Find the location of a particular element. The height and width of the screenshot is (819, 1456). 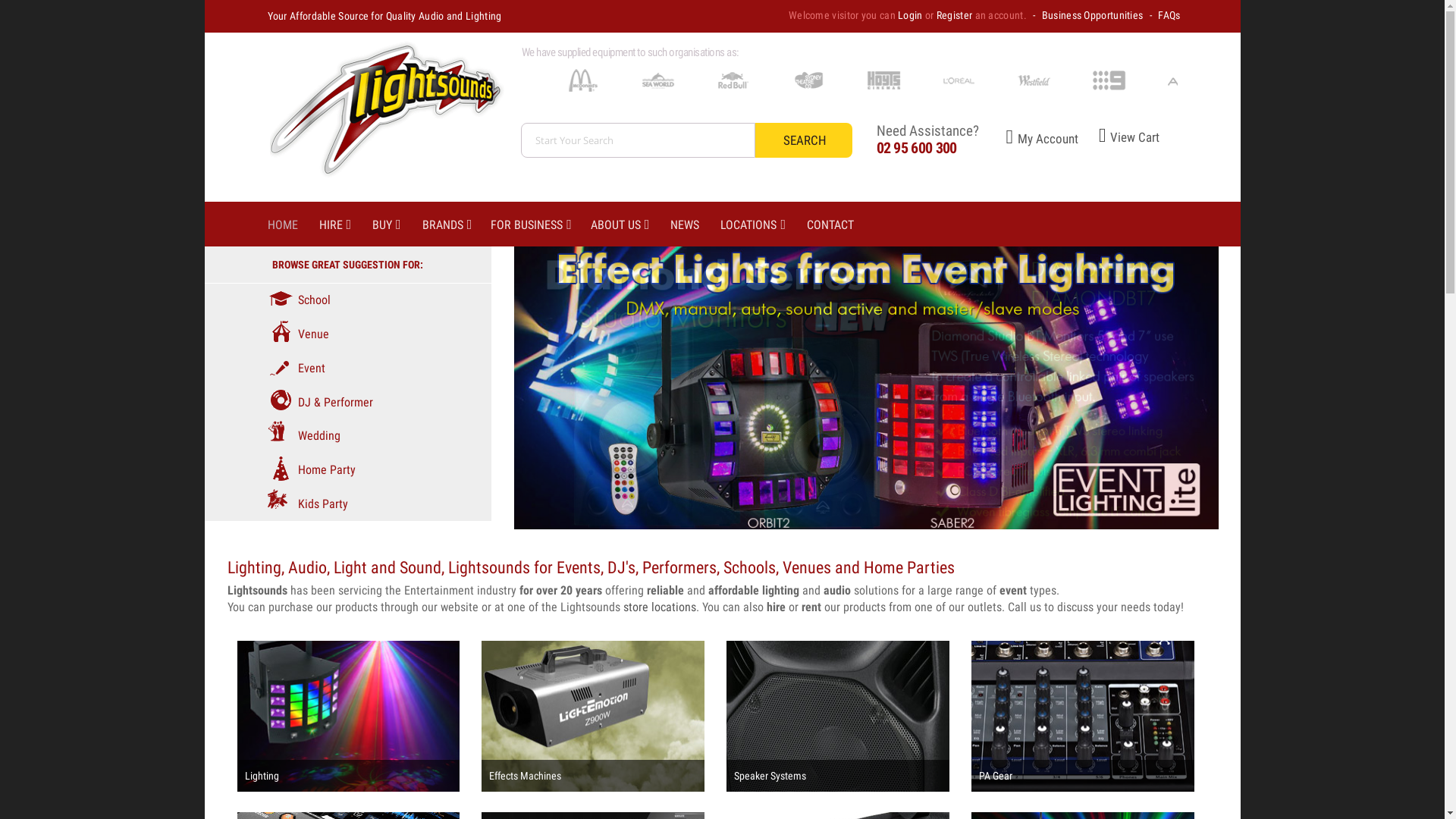

'Lightsounds' is located at coordinates (381, 116).